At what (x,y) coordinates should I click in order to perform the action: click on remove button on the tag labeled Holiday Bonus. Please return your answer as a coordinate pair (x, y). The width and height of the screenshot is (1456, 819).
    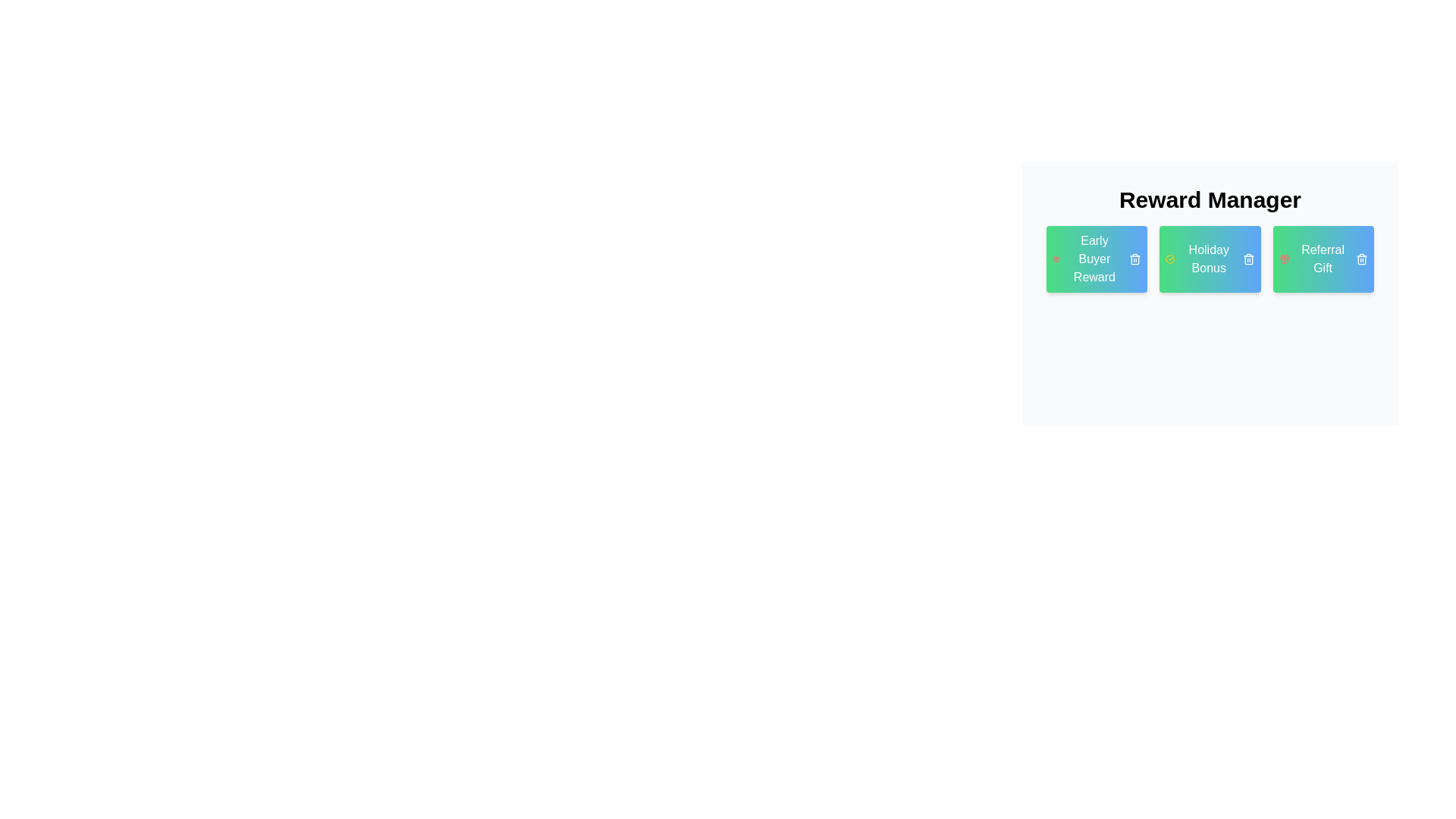
    Looking at the image, I should click on (1248, 259).